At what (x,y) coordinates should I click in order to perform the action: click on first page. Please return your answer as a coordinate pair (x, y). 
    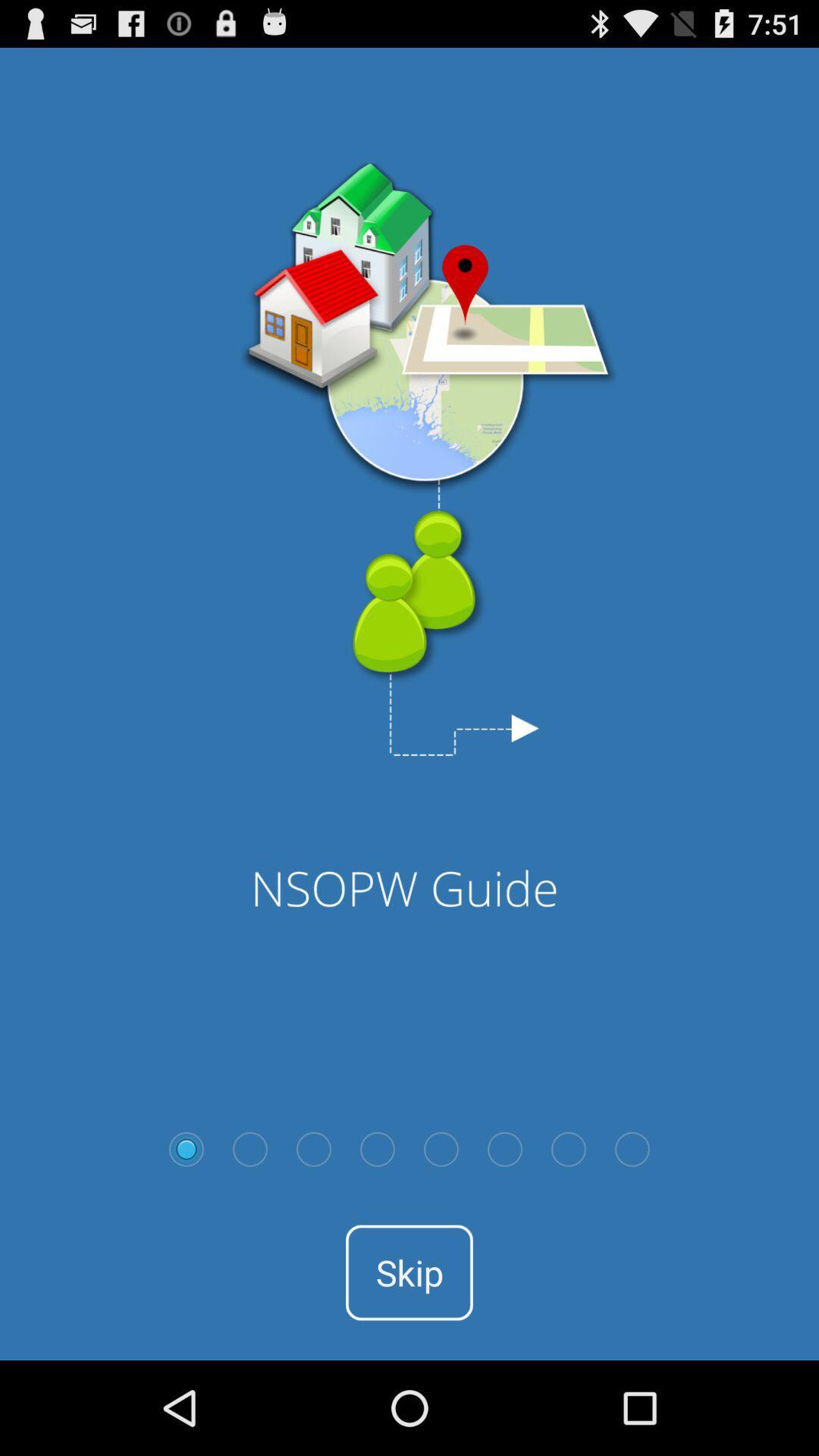
    Looking at the image, I should click on (186, 1149).